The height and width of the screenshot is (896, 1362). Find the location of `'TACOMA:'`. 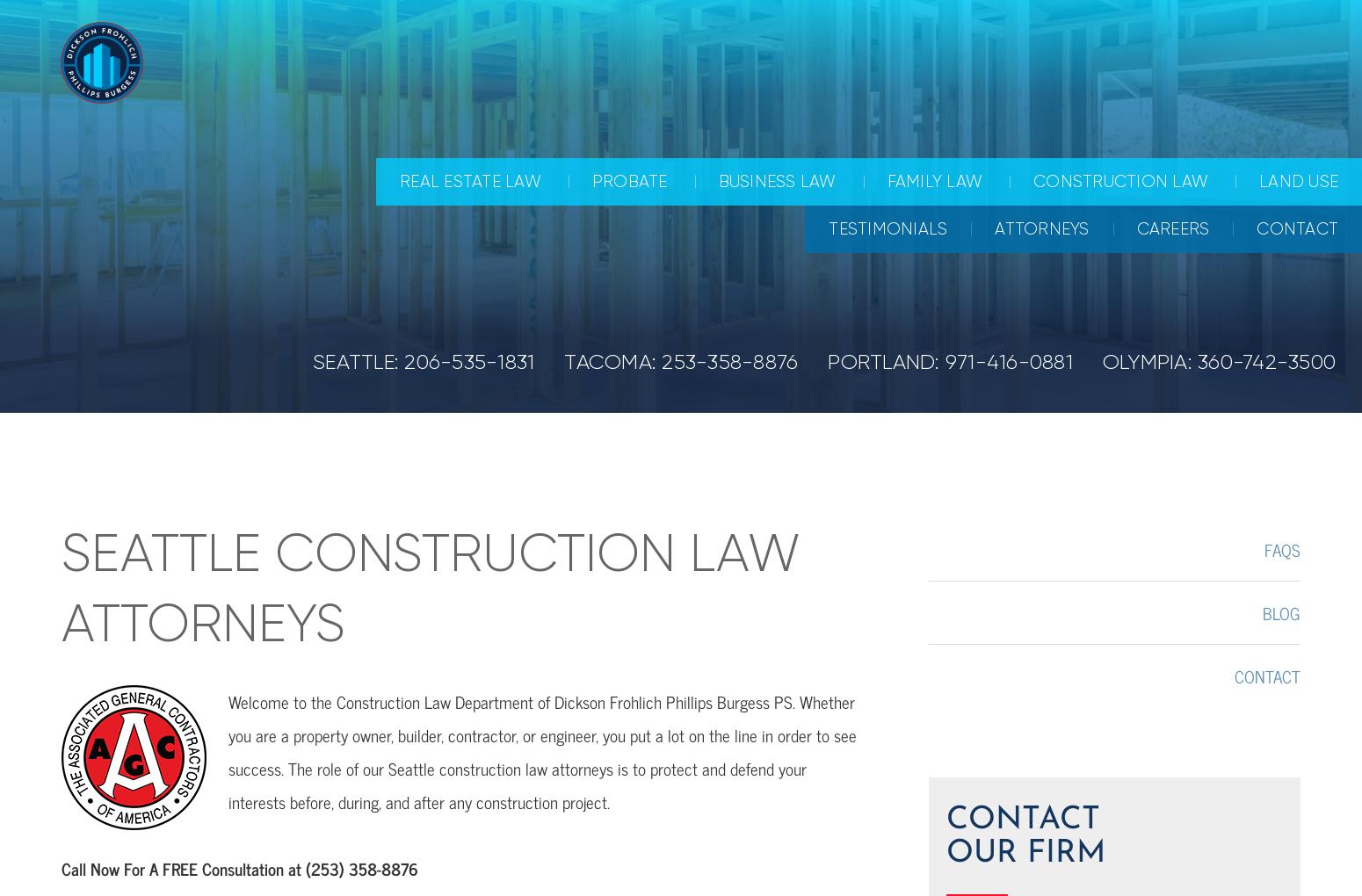

'TACOMA:' is located at coordinates (612, 361).